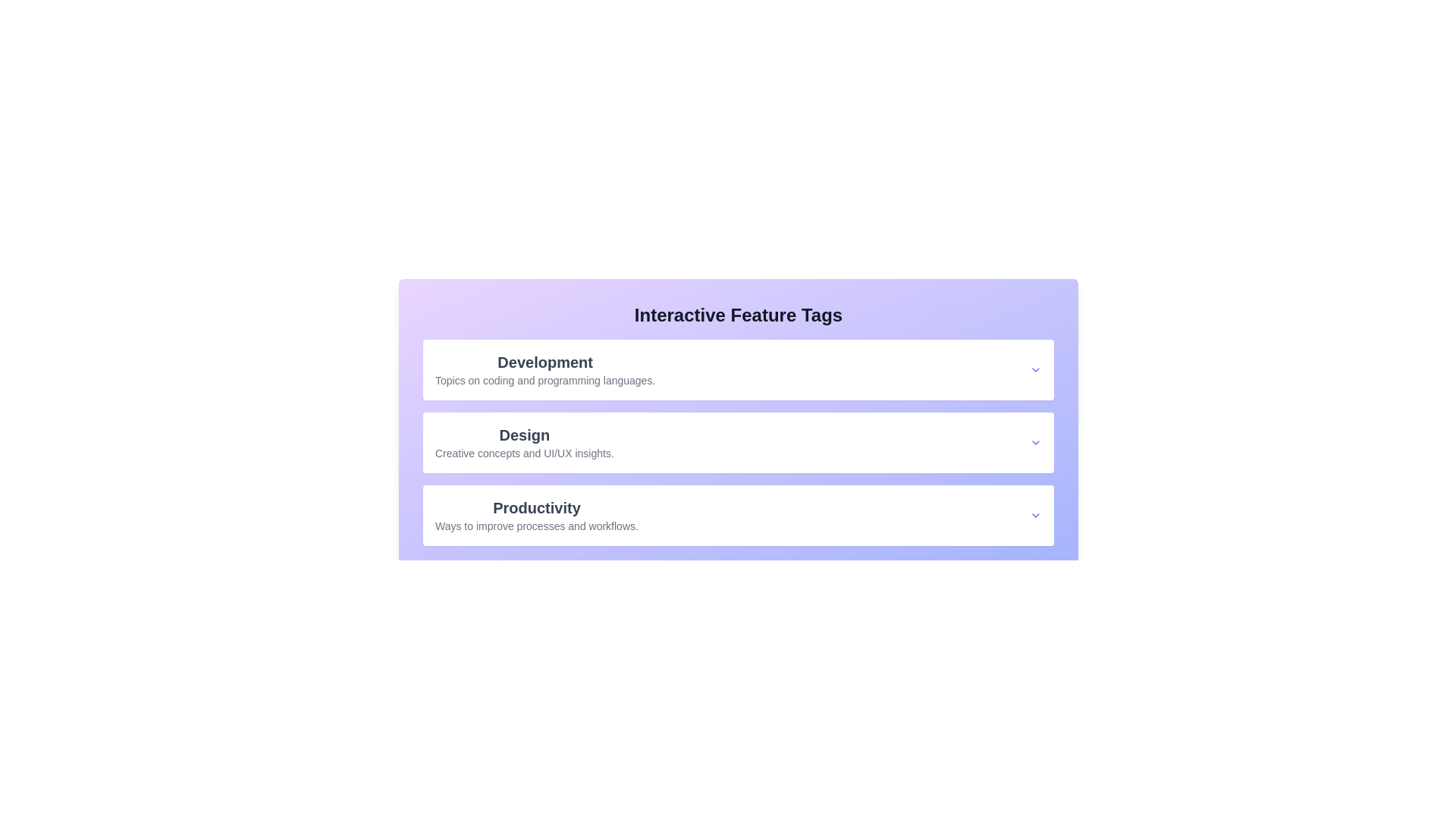 This screenshot has height=819, width=1456. I want to click on the bold, large font text caption that says 'Design', which is located centrally above the 'Productivity' section and below the 'Development' section, so click(524, 435).